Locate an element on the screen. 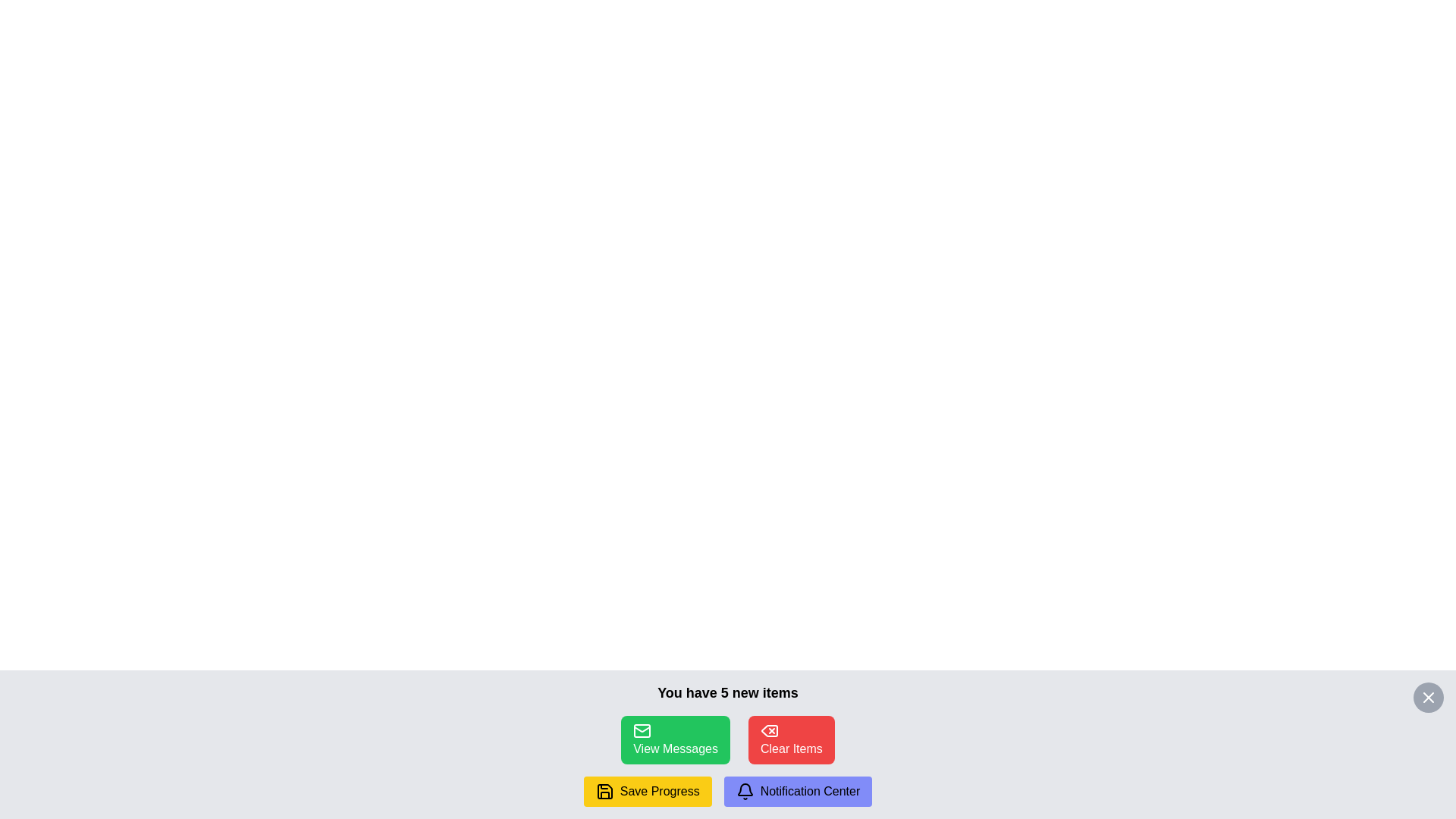 Image resolution: width=1456 pixels, height=819 pixels. the button with an icon and text that directs users to the Notification Center is located at coordinates (797, 791).